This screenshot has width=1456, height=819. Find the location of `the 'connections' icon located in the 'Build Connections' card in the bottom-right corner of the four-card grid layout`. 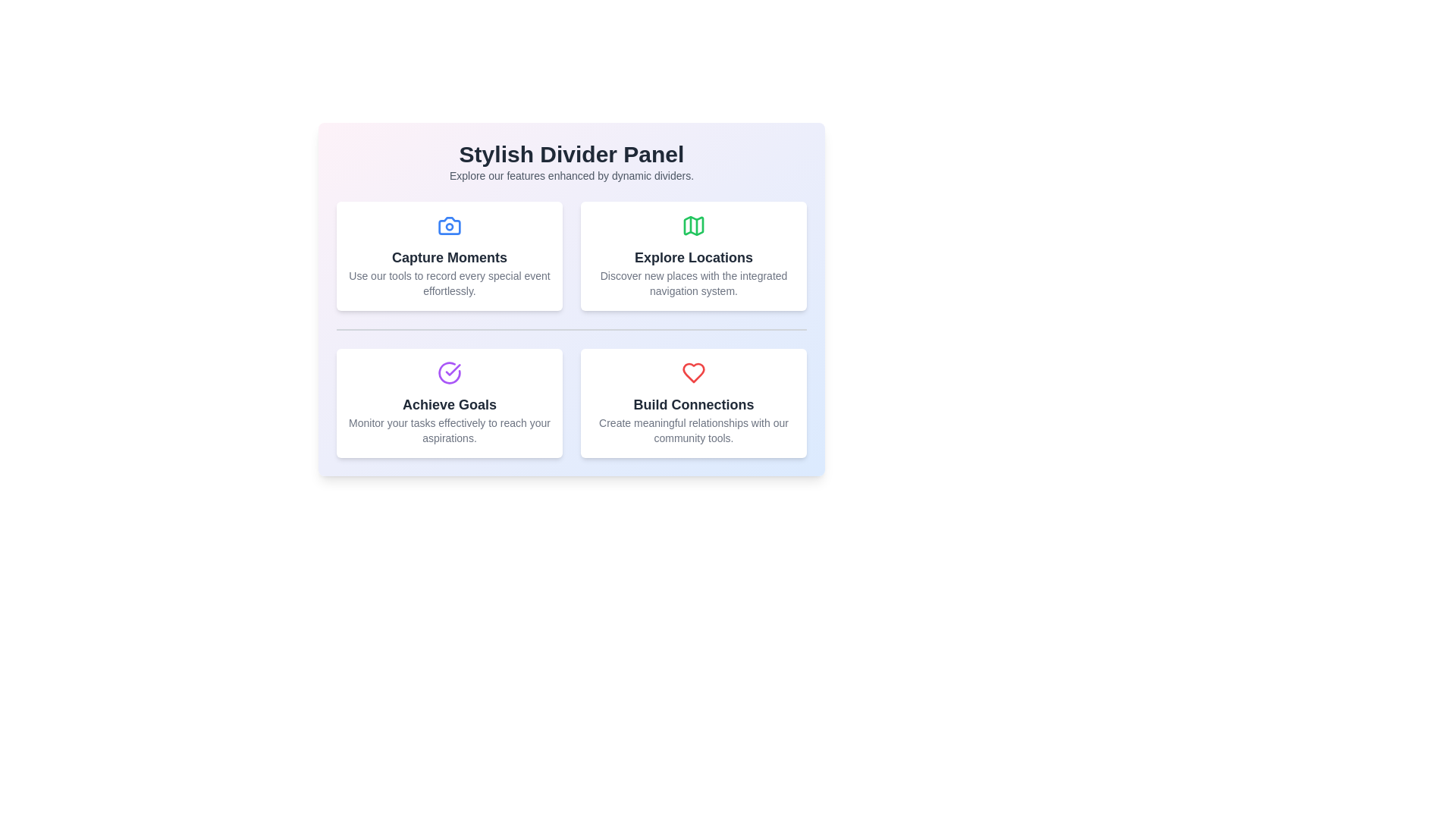

the 'connections' icon located in the 'Build Connections' card in the bottom-right corner of the four-card grid layout is located at coordinates (693, 373).